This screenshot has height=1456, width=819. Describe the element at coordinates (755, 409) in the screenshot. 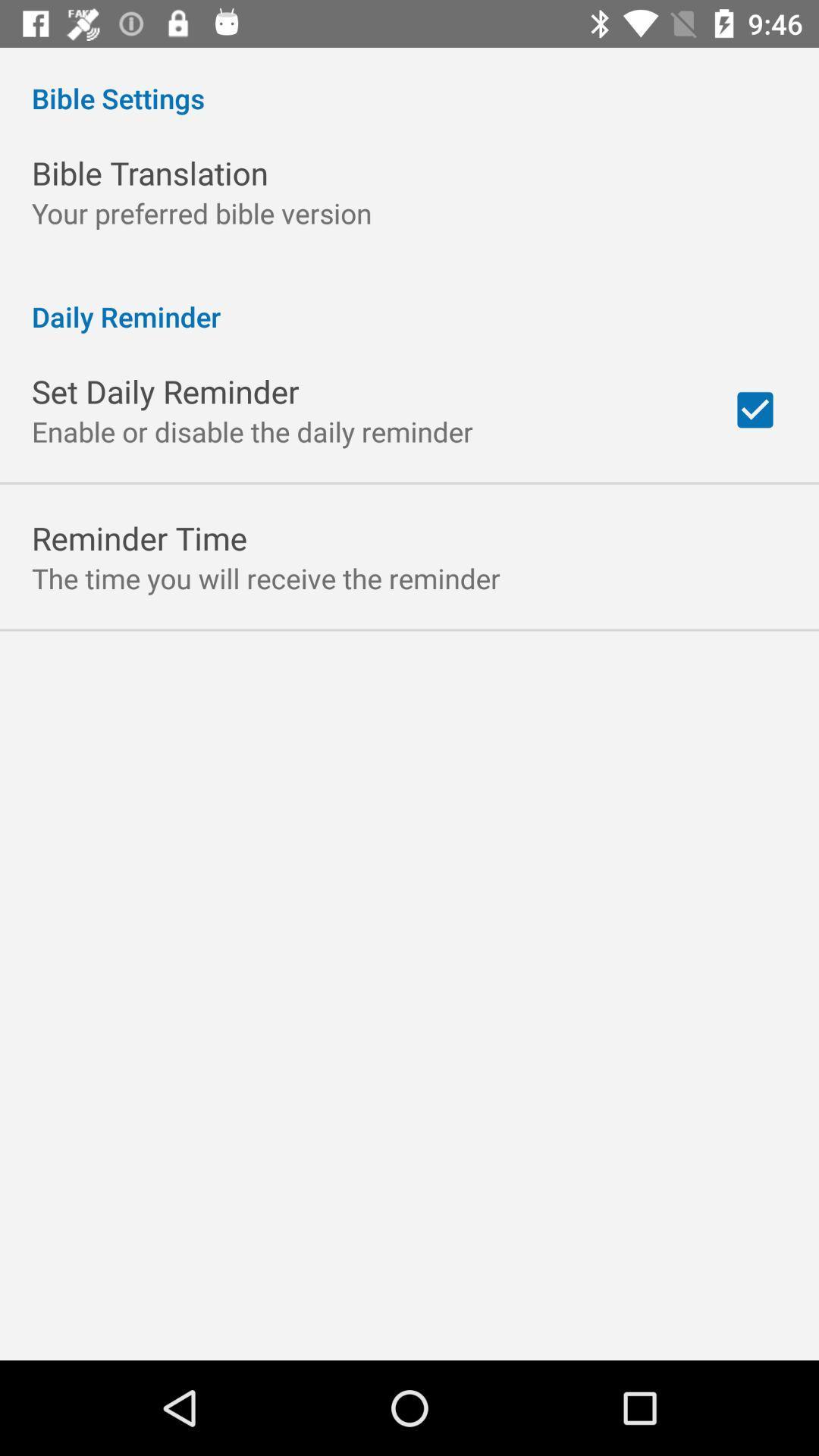

I see `item below daily reminder item` at that location.